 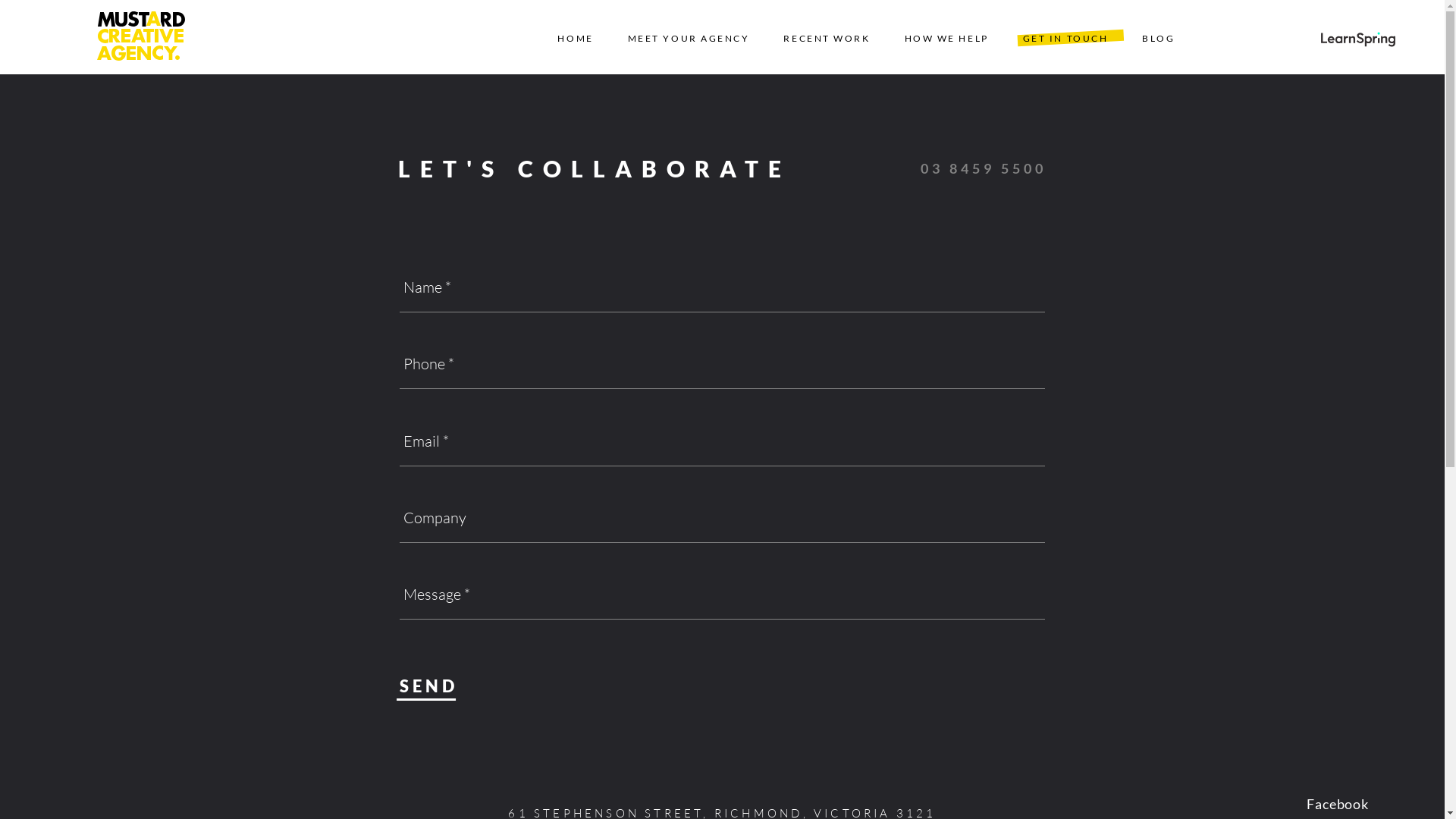 What do you see at coordinates (826, 37) in the screenshot?
I see `'RECENT WORK'` at bounding box center [826, 37].